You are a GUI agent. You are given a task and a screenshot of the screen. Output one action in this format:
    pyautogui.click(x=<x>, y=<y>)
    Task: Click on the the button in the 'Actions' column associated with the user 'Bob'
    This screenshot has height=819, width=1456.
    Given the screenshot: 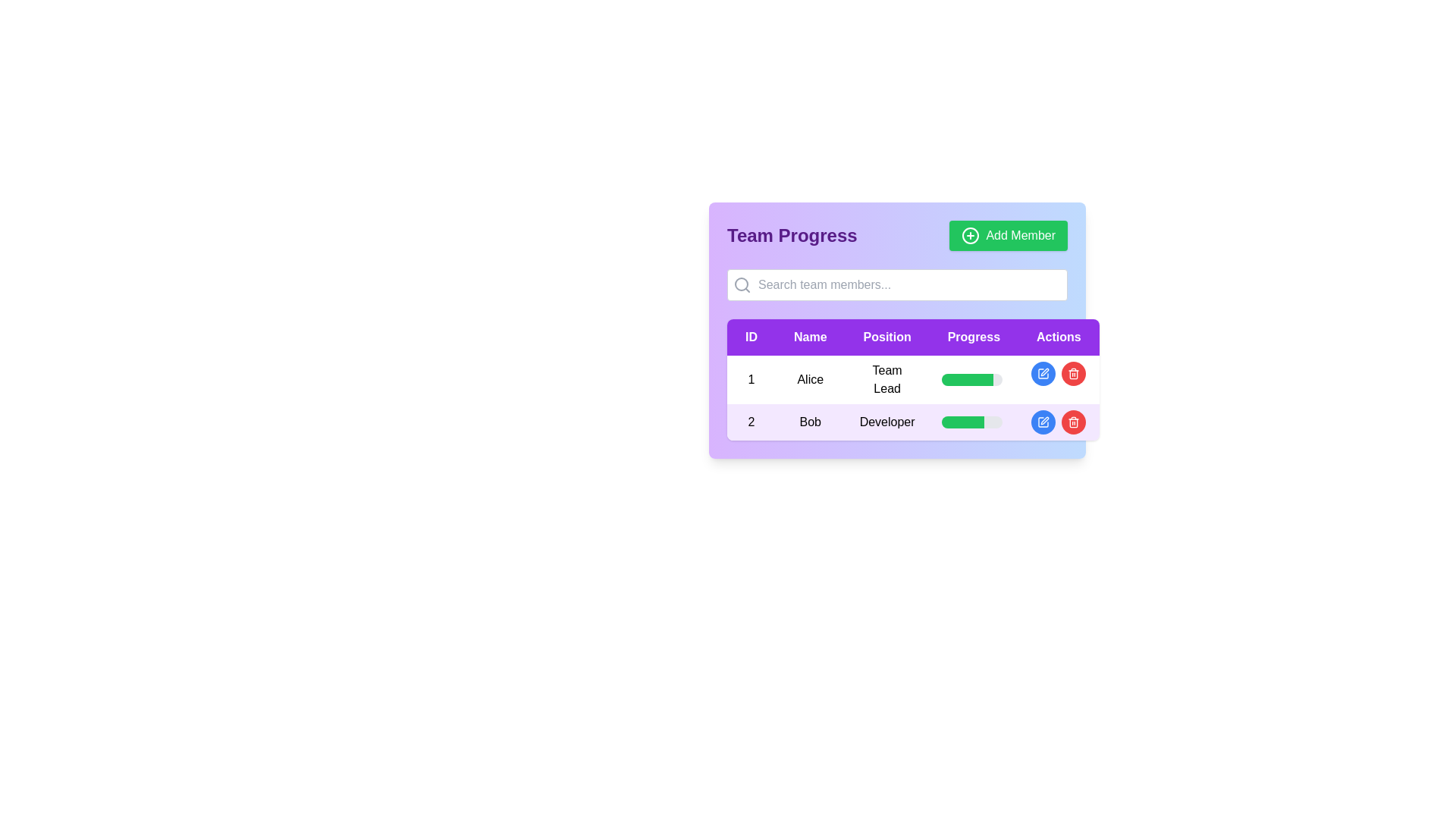 What is the action you would take?
    pyautogui.click(x=1058, y=422)
    